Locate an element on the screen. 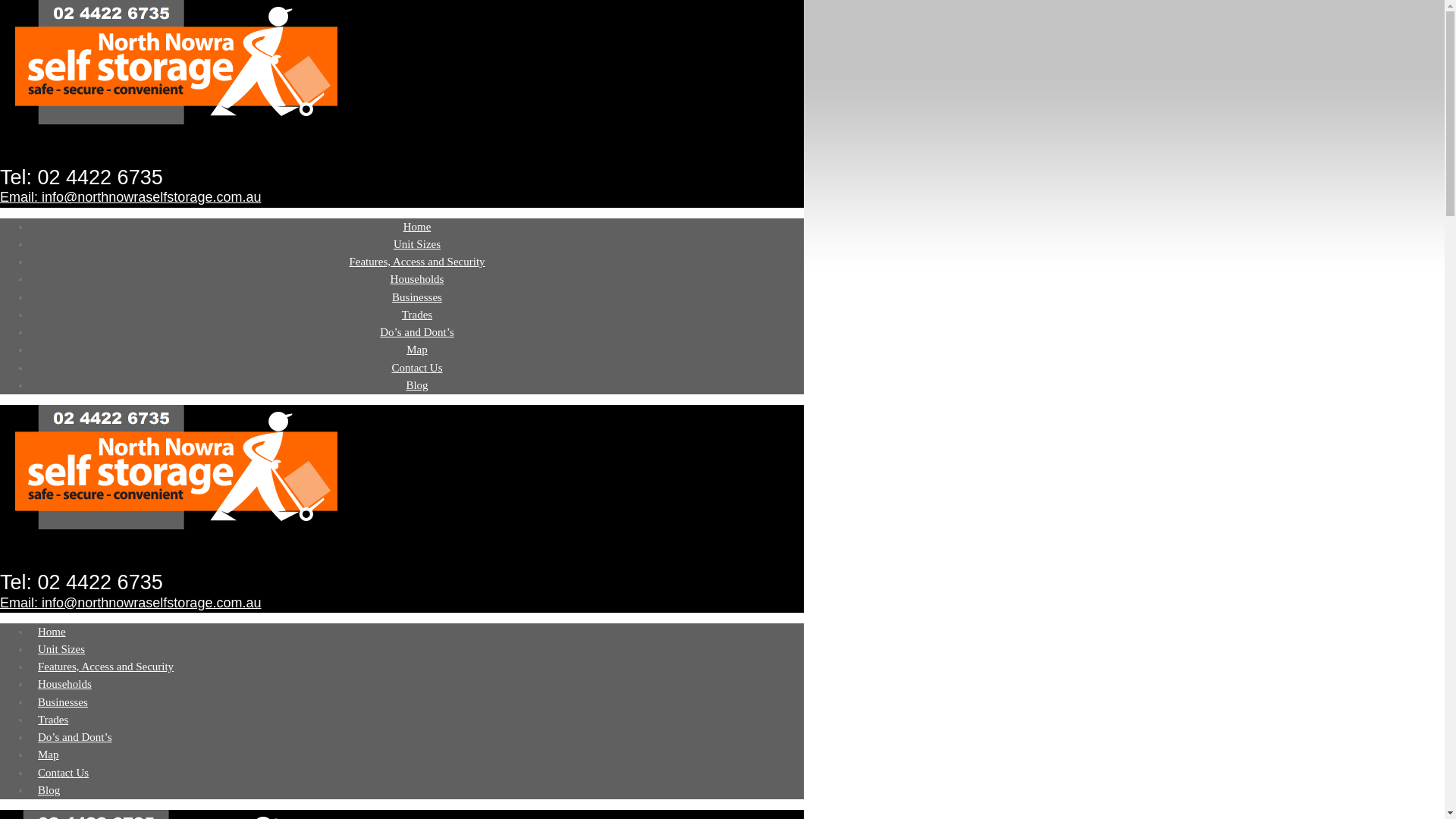  'Features, Access and Security' is located at coordinates (416, 260).